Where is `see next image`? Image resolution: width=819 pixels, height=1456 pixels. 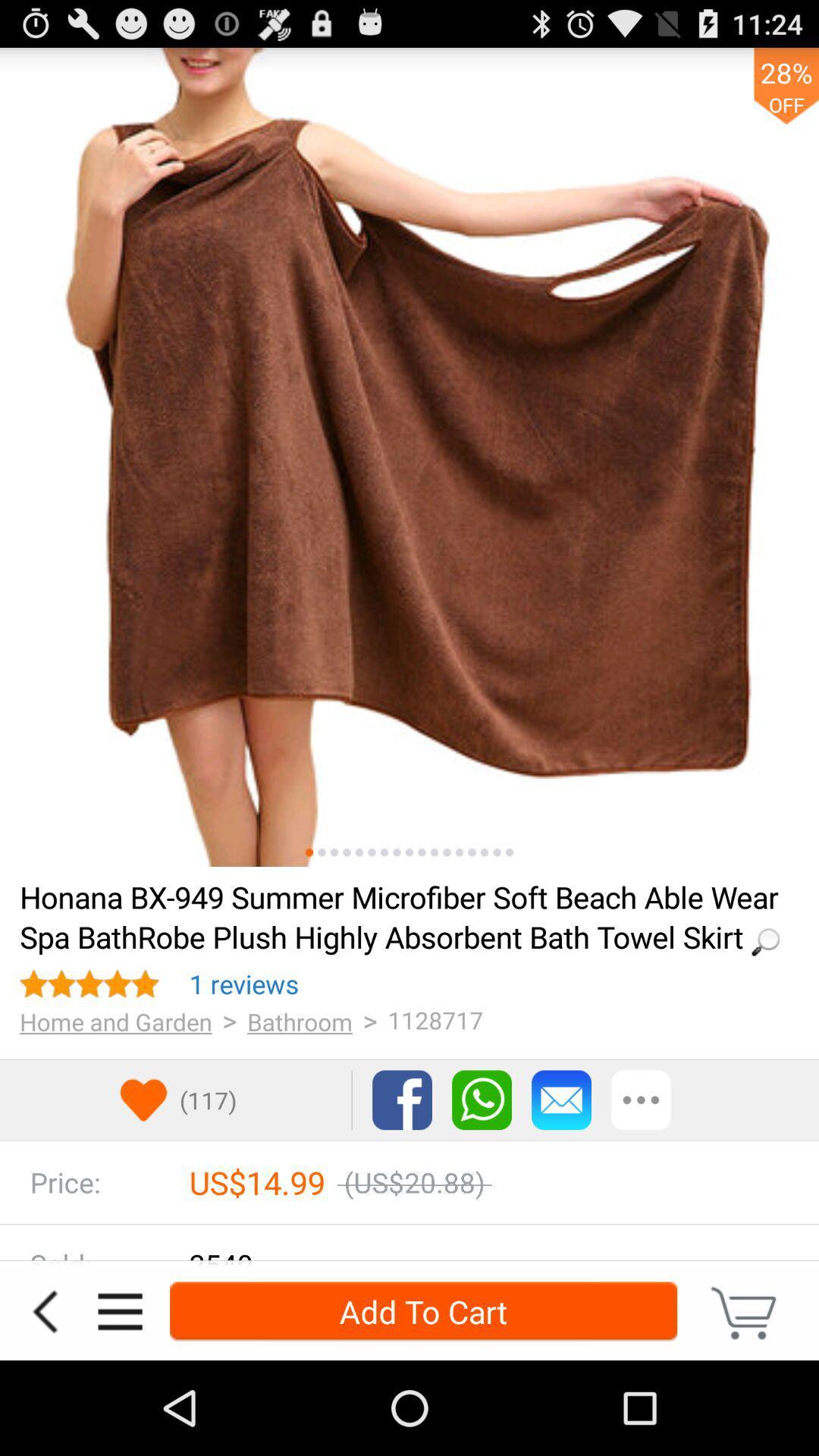 see next image is located at coordinates (321, 852).